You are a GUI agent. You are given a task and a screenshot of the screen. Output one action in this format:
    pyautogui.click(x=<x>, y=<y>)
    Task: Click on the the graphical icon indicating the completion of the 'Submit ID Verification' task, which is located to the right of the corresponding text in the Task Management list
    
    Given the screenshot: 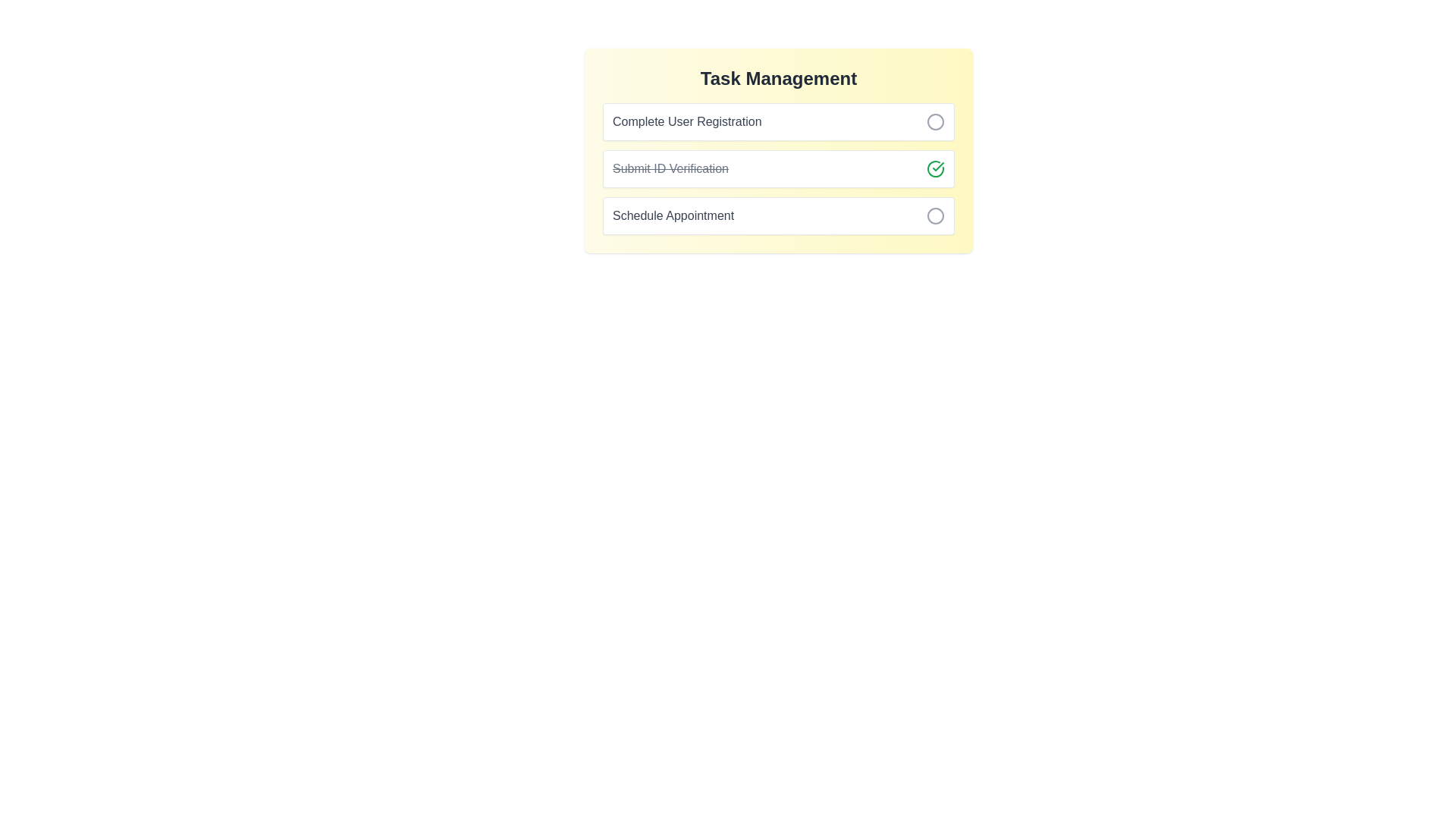 What is the action you would take?
    pyautogui.click(x=934, y=169)
    